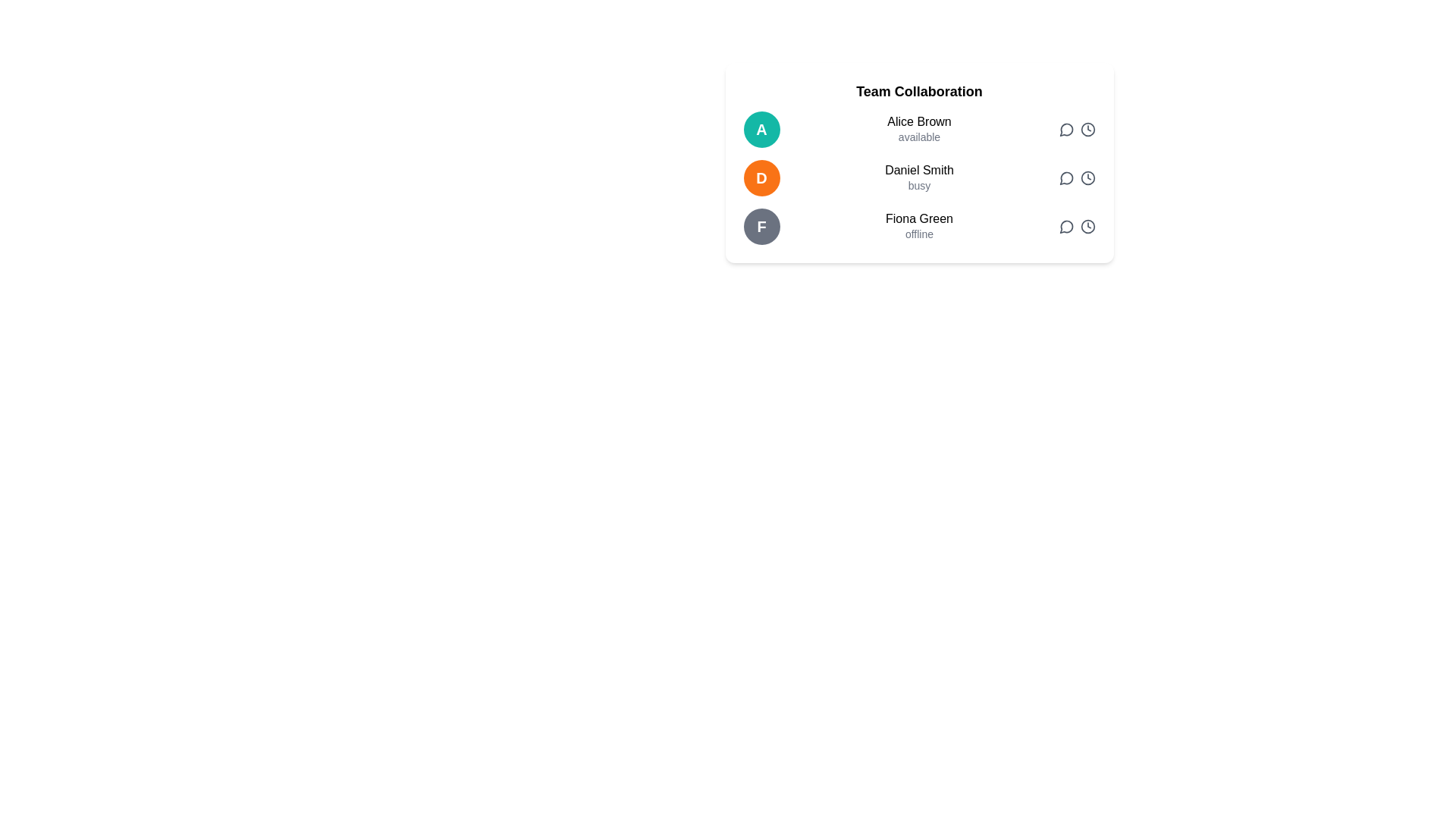 This screenshot has width=1456, height=819. I want to click on the text label displaying 'Team Collaboration', which is styled in bold, black font and positioned at the top of a white card containing a list of individuals and their availability statuses, so click(918, 91).